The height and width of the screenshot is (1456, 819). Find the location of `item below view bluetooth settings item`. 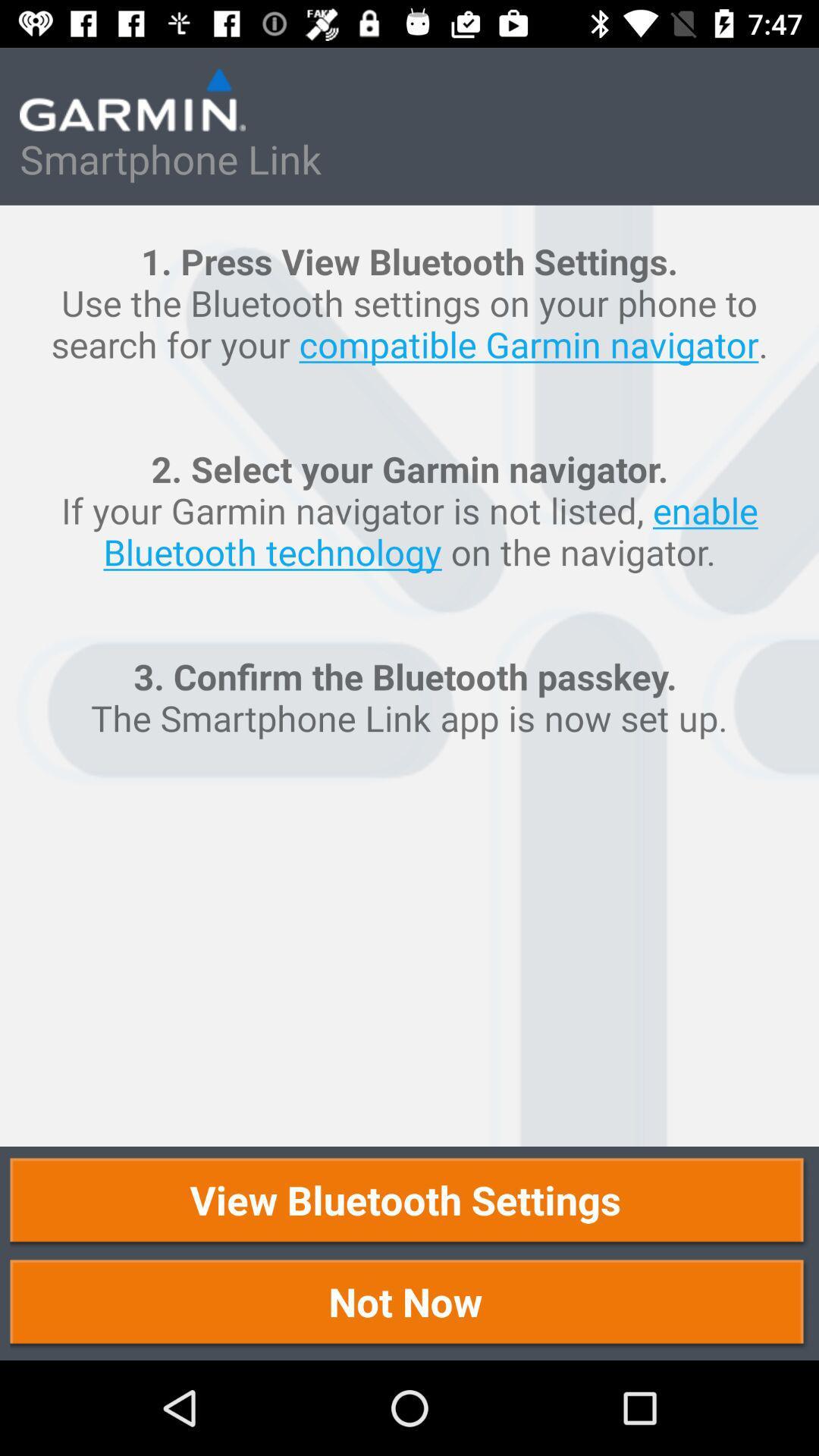

item below view bluetooth settings item is located at coordinates (409, 1304).